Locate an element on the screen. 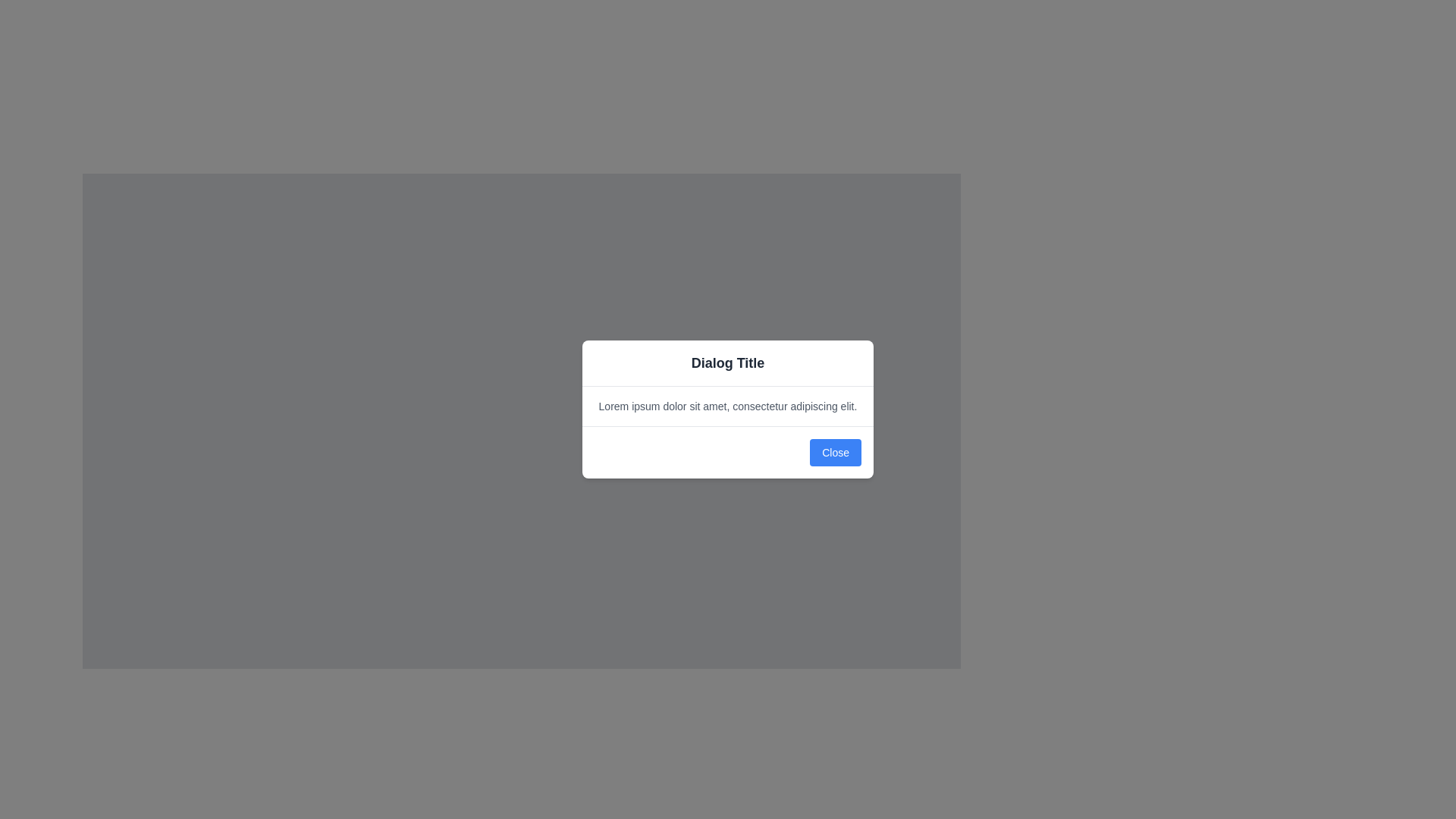 The width and height of the screenshot is (1456, 819). the close button located at the bottom-right corner of the dialog box is located at coordinates (835, 452).